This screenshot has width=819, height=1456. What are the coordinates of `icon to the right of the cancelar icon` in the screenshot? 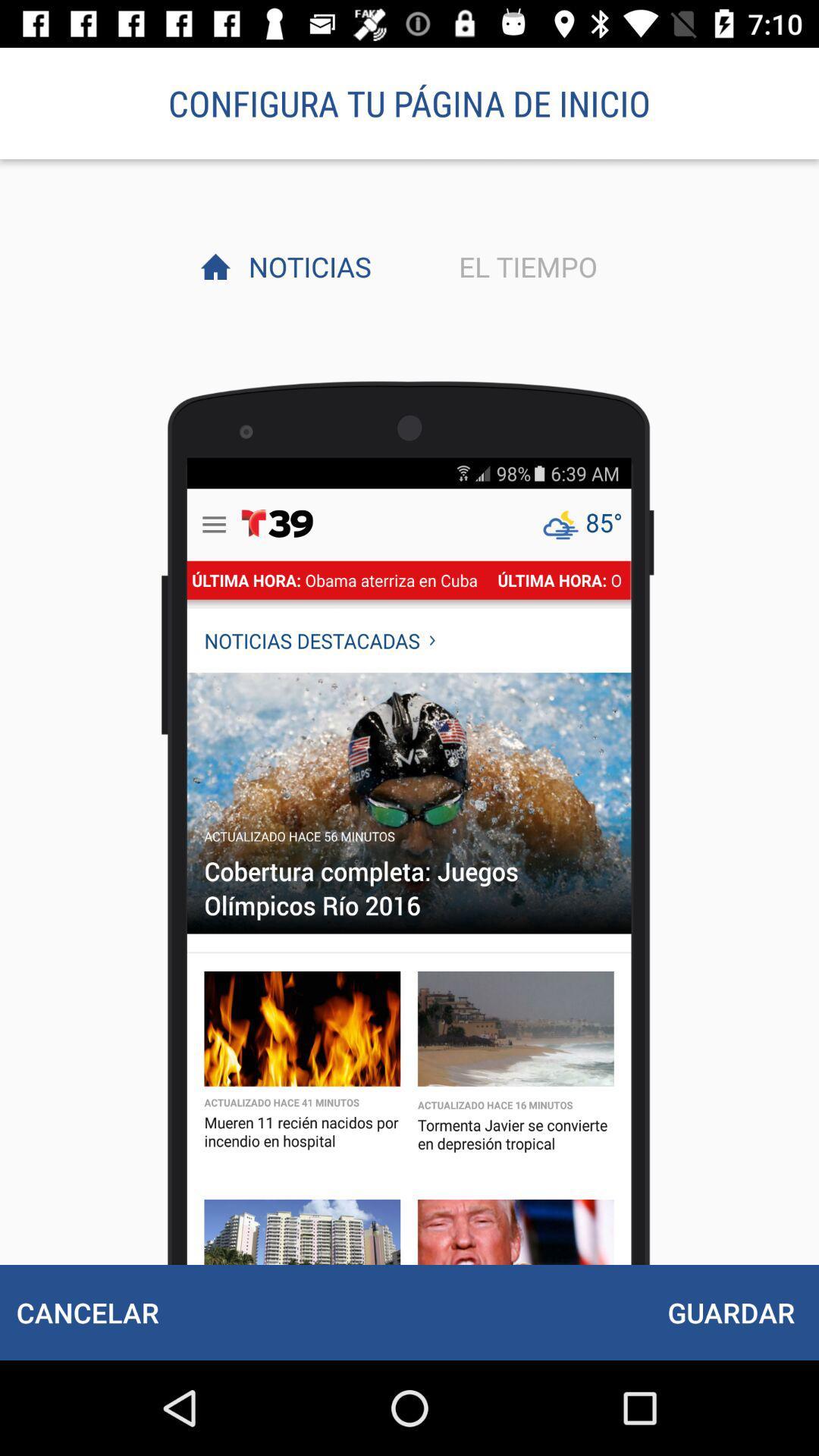 It's located at (730, 1312).